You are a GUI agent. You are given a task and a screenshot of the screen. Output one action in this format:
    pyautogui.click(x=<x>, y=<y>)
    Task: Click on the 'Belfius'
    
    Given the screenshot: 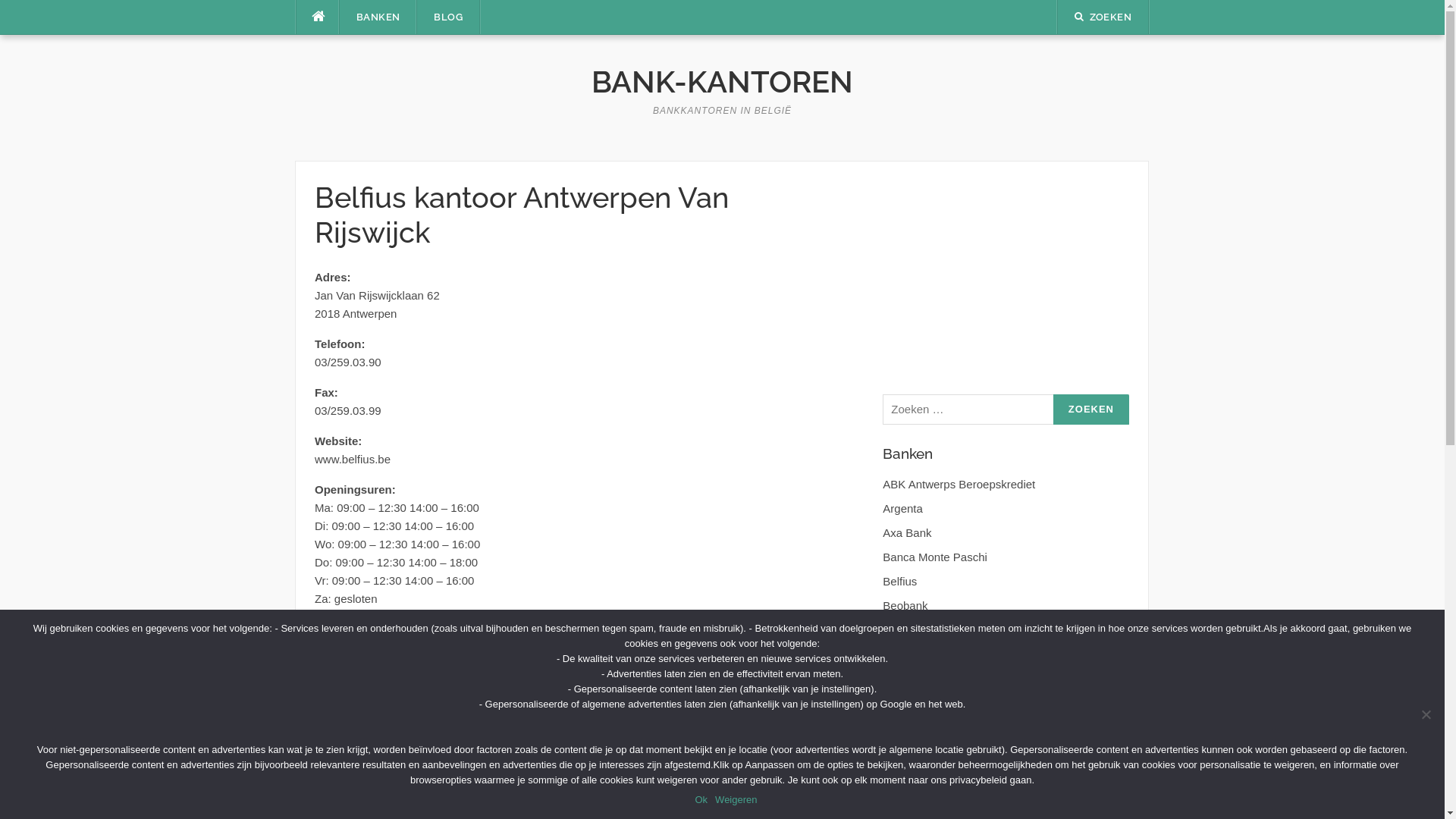 What is the action you would take?
    pyautogui.click(x=899, y=580)
    